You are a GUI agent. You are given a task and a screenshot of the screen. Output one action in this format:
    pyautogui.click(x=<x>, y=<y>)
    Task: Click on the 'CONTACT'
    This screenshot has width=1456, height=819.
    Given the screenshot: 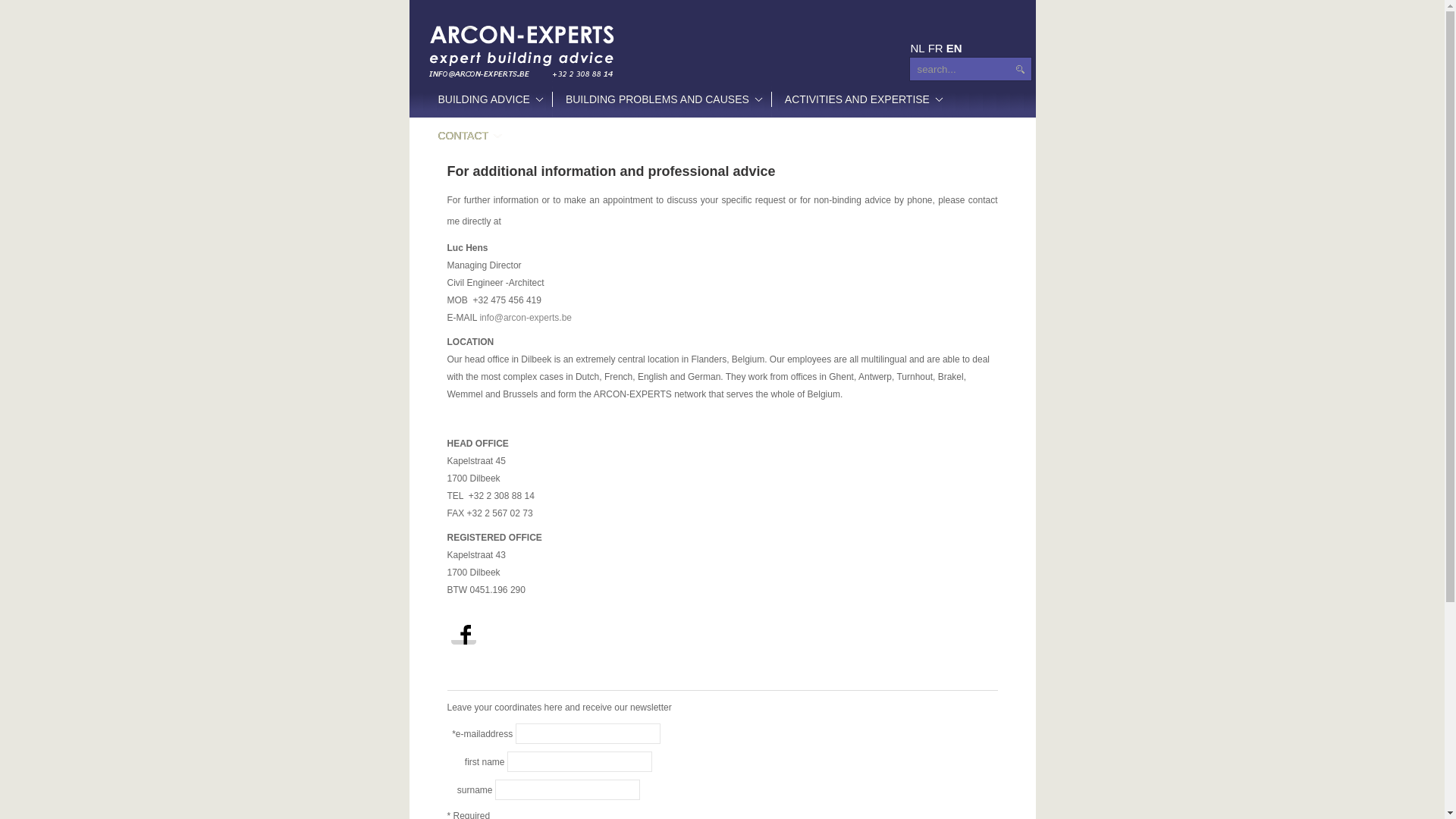 What is the action you would take?
    pyautogui.click(x=467, y=134)
    